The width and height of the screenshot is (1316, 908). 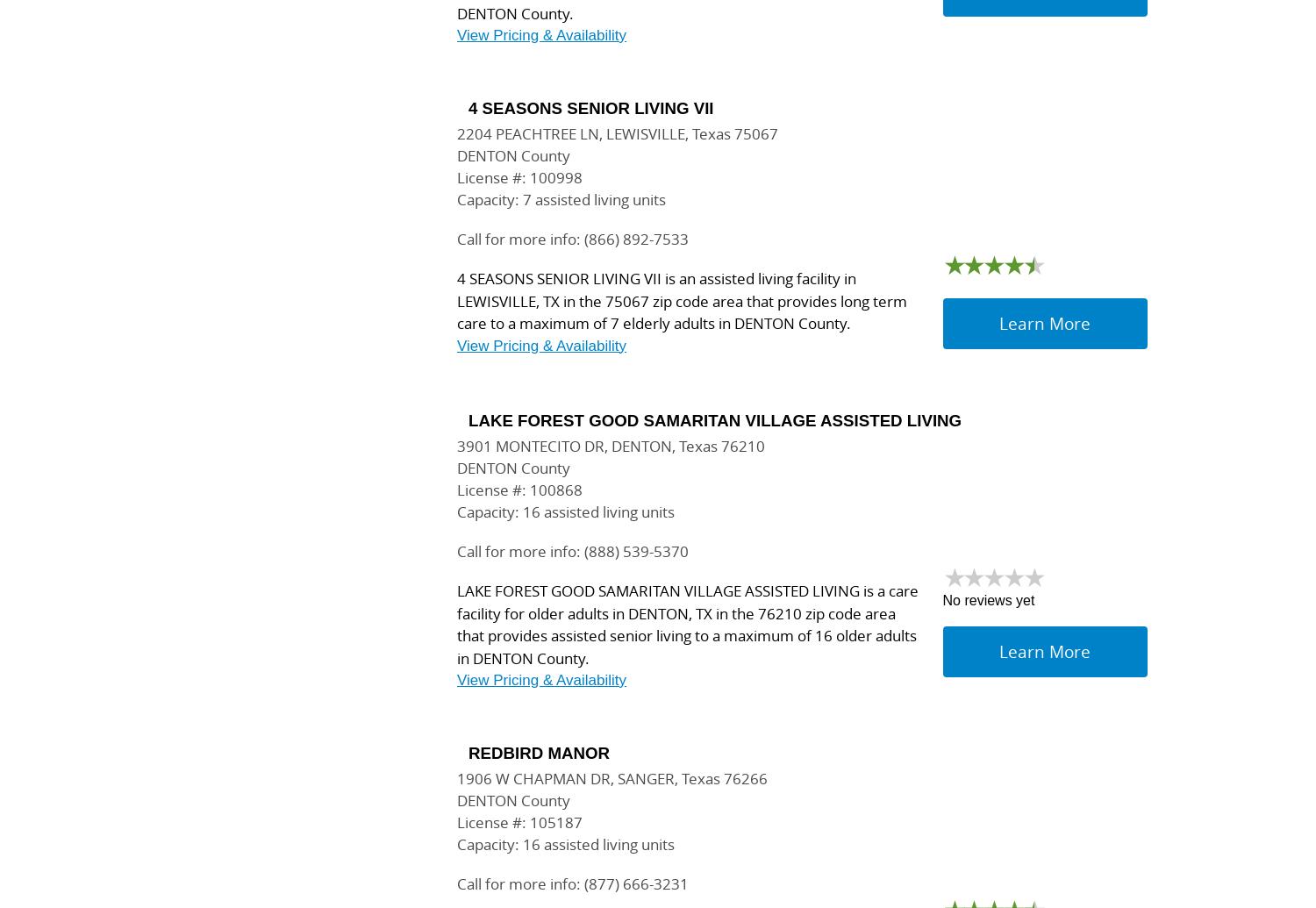 What do you see at coordinates (611, 777) in the screenshot?
I see `'1906 W CHAPMAN DR, SANGER, Texas 76266'` at bounding box center [611, 777].